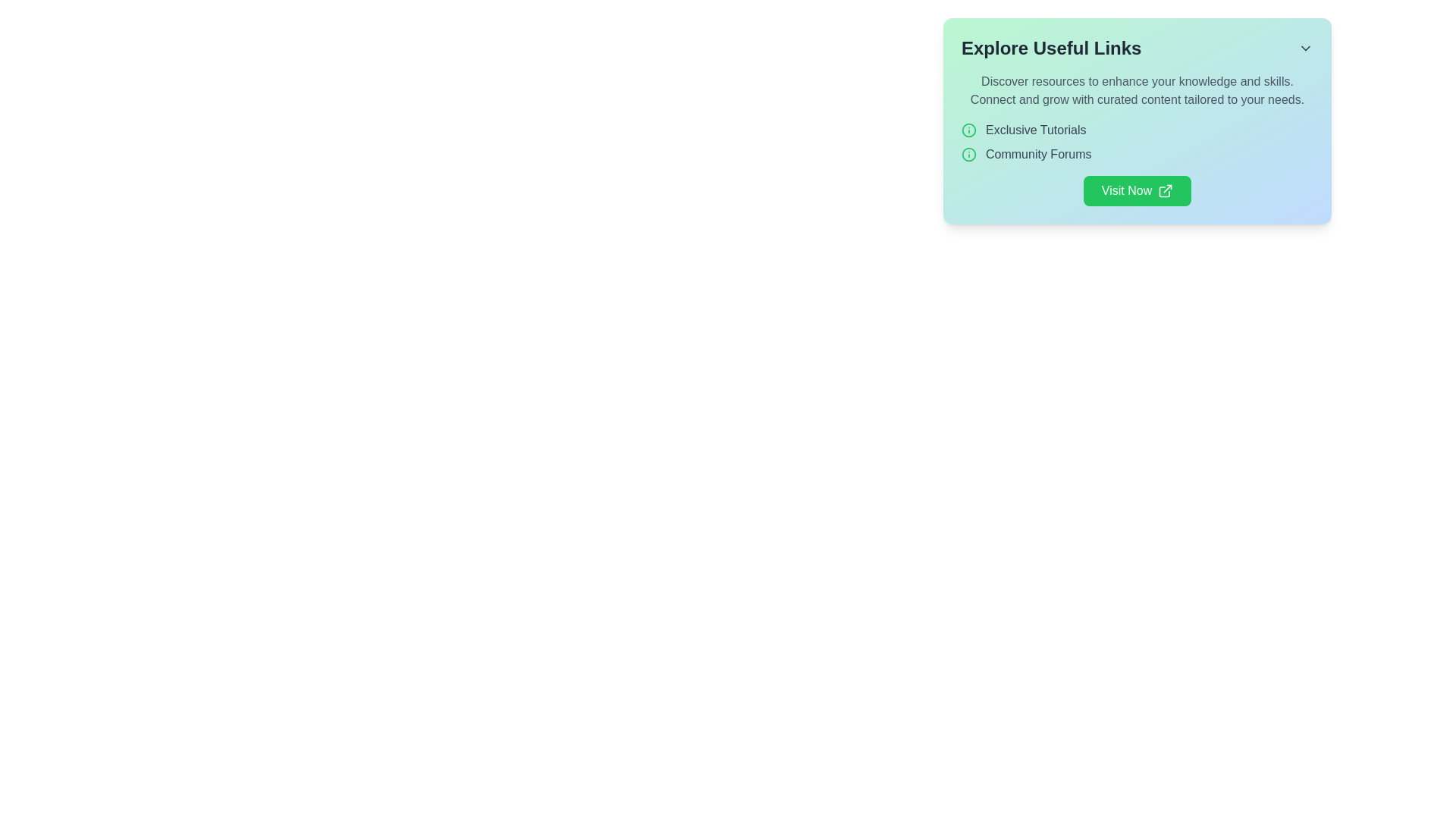 Image resolution: width=1456 pixels, height=819 pixels. I want to click on the downward pointing chevron icon in the header of the 'Explore Useful Links' card, so click(1305, 48).